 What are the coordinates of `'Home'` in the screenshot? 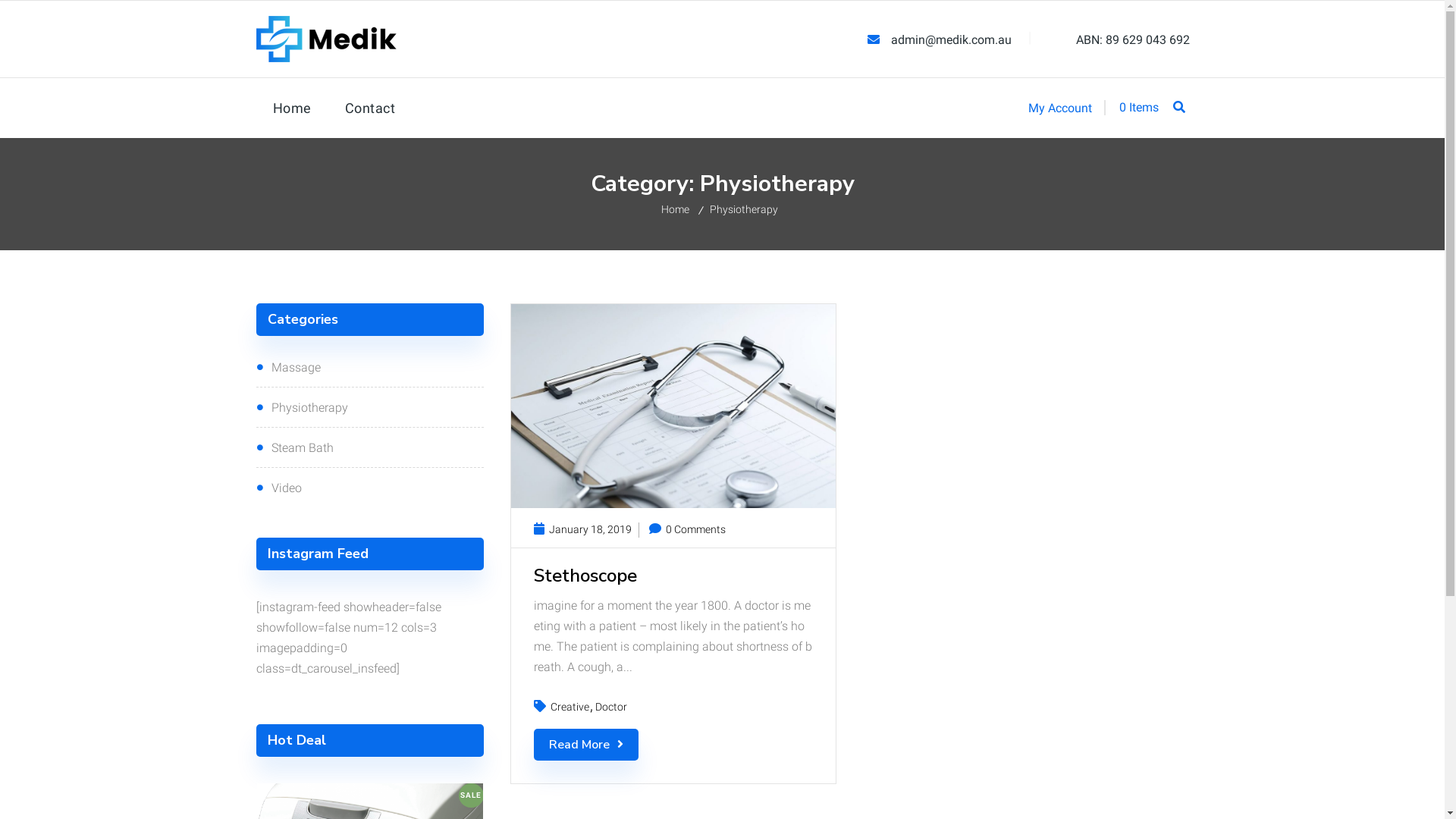 It's located at (661, 209).